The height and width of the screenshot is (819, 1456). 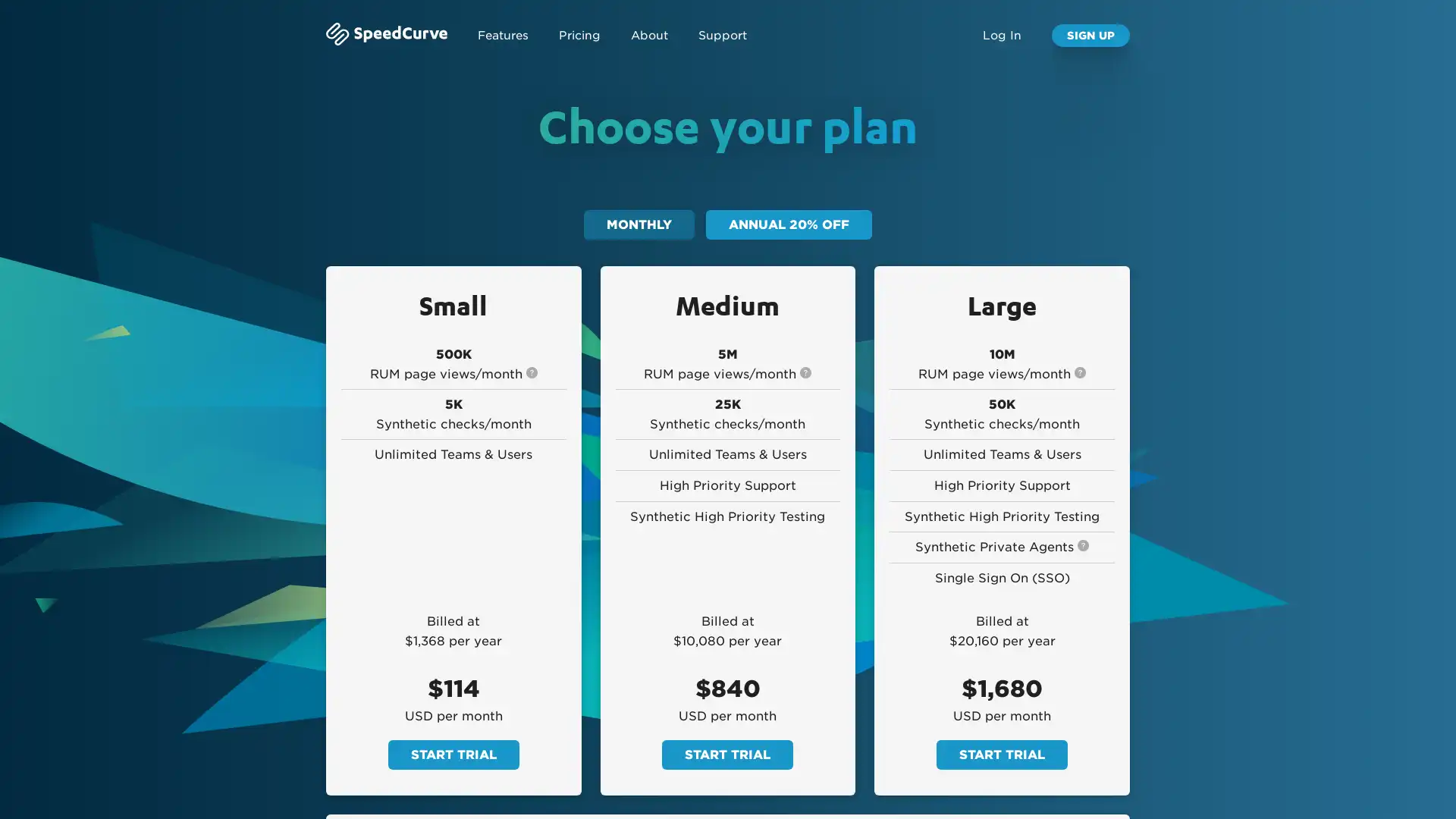 I want to click on ANNUAL 20% OFF, so click(x=789, y=224).